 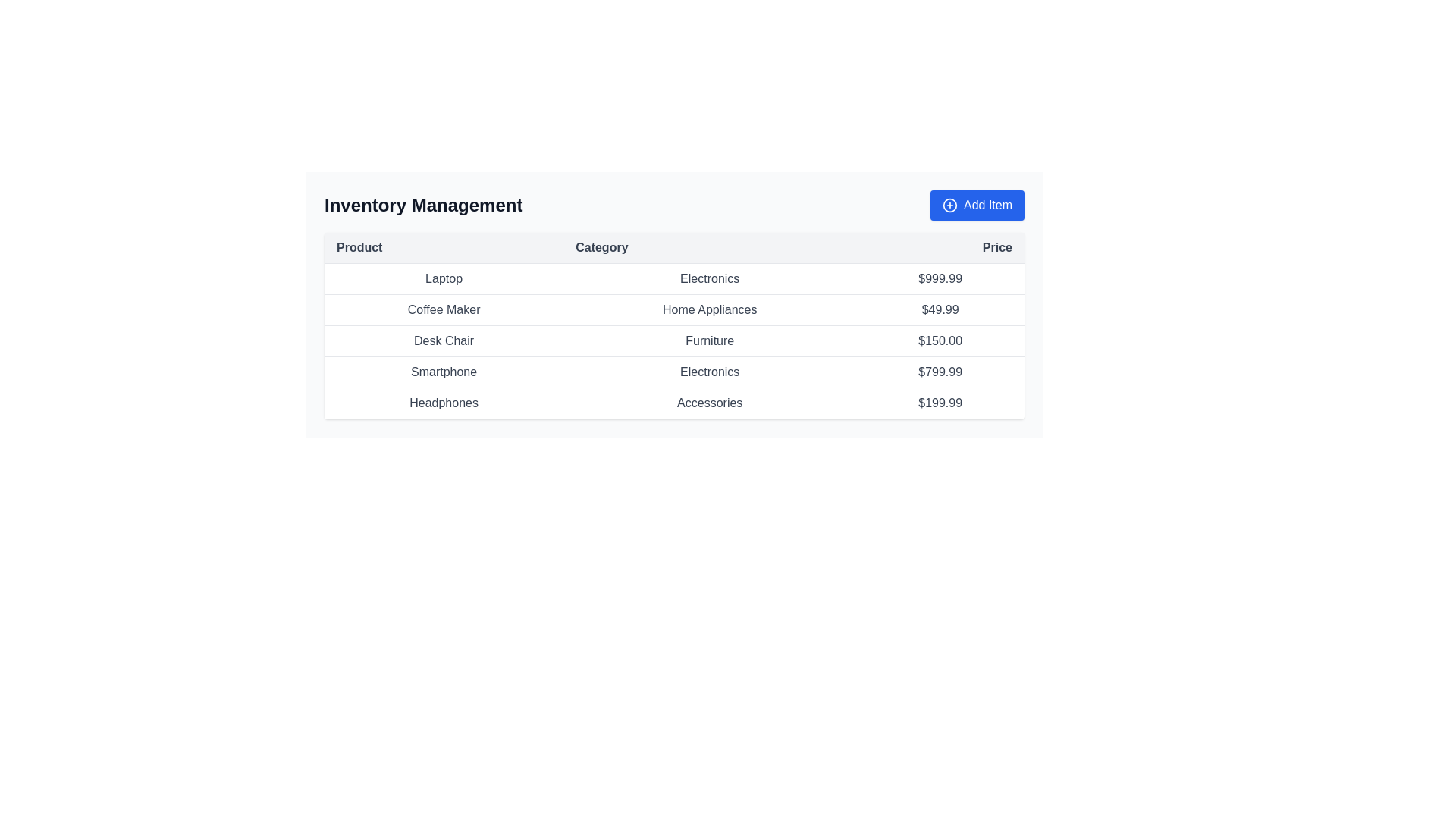 I want to click on the 'Add Item' button located in the top-right corner of the 'Inventory Management' interface to add a new item, so click(x=949, y=205).